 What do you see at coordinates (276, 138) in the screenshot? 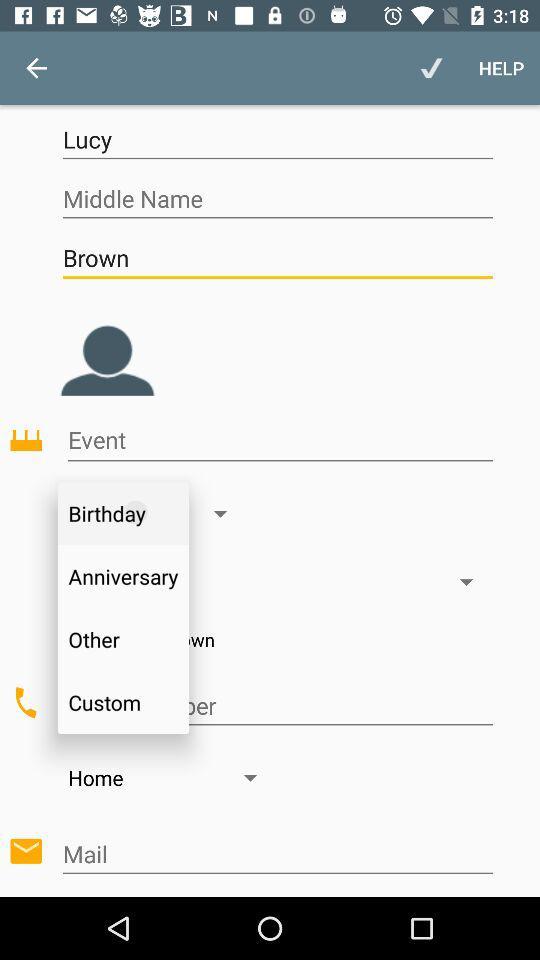
I see `lucy` at bounding box center [276, 138].